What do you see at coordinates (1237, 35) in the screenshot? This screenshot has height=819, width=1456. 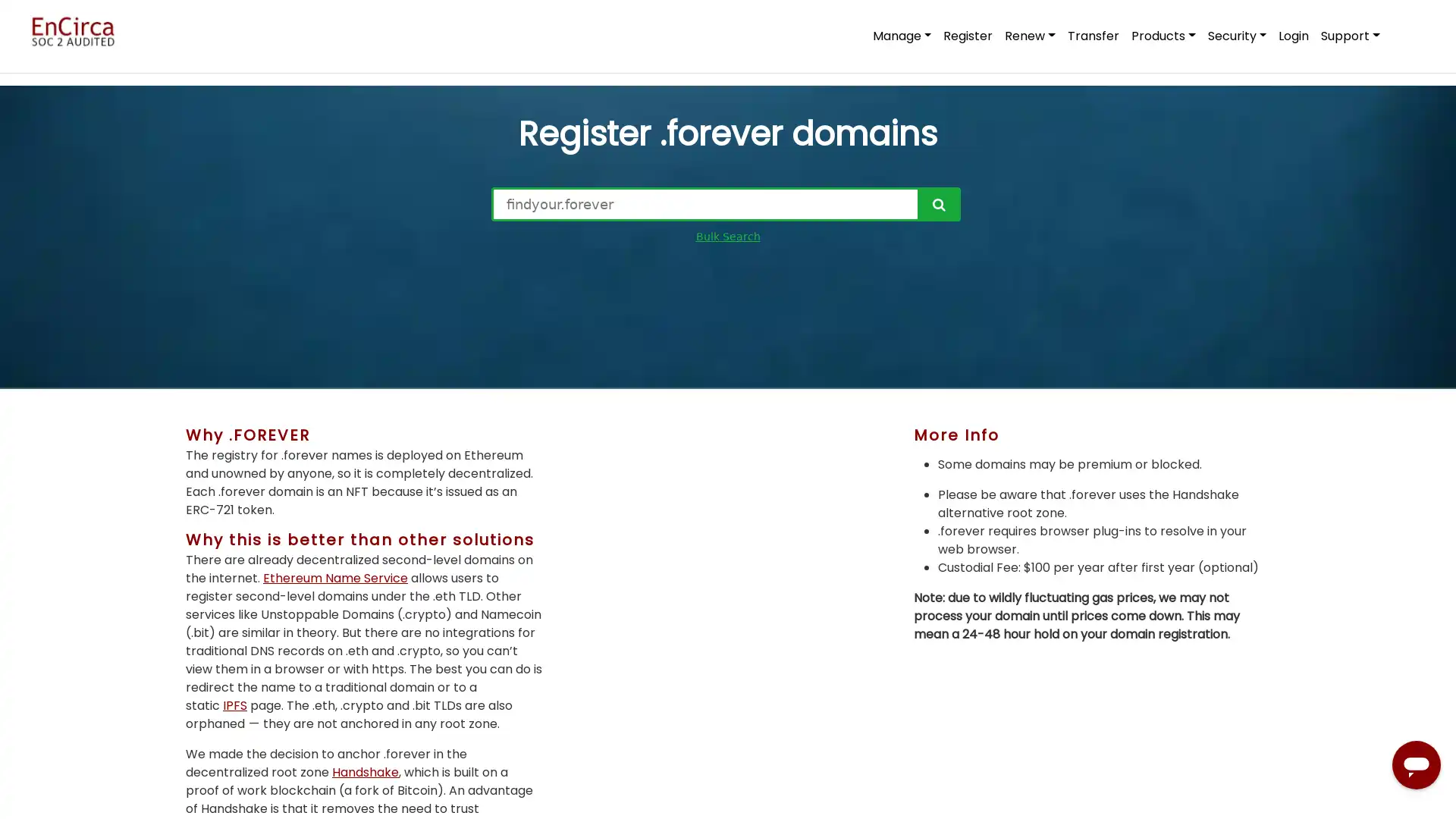 I see `Security` at bounding box center [1237, 35].